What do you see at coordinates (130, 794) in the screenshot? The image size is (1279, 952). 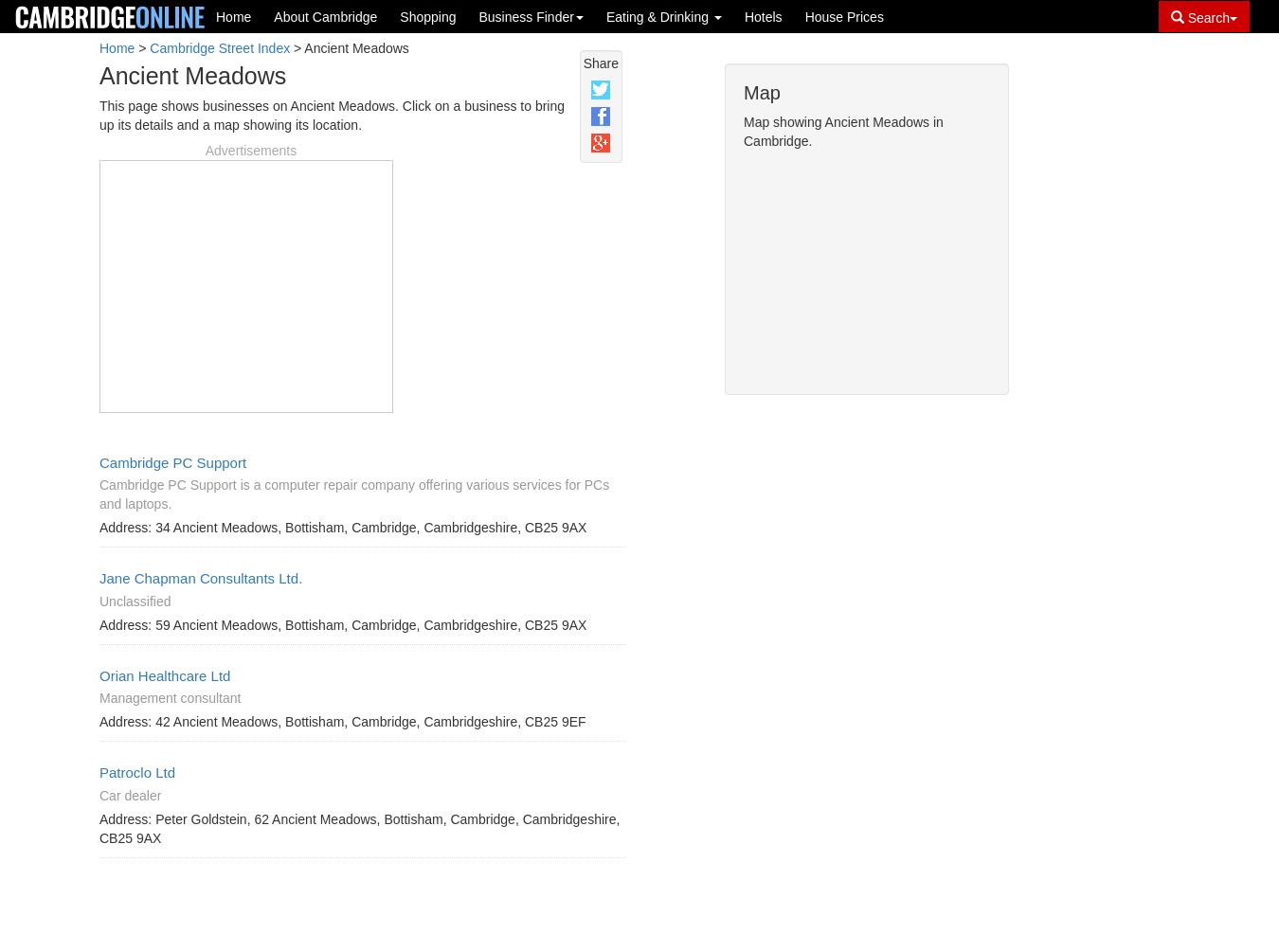 I see `'Car dealer'` at bounding box center [130, 794].